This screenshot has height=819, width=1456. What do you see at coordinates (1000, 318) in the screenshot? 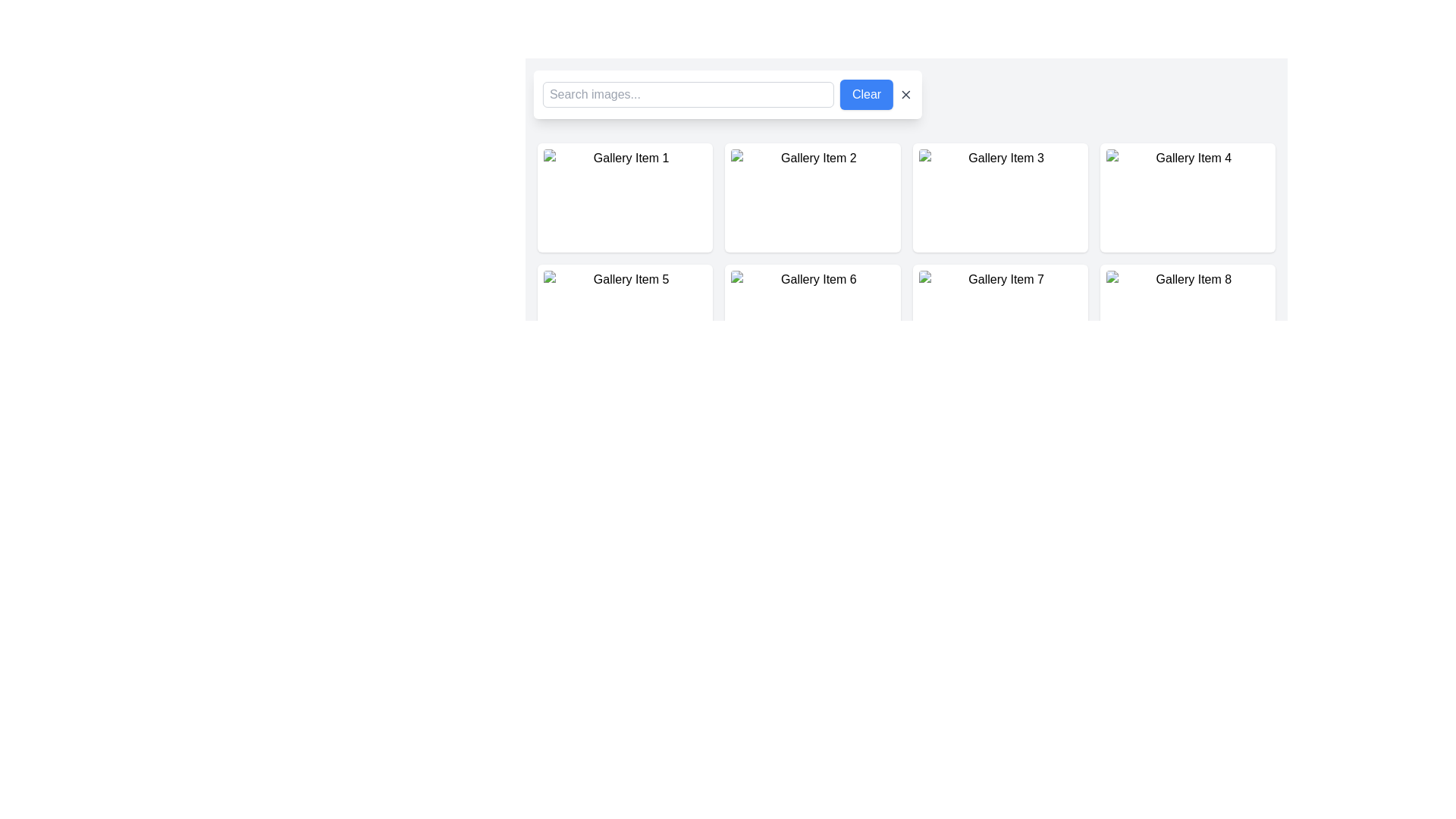
I see `the thumbnail preview image labeled 'Image 7'` at bounding box center [1000, 318].